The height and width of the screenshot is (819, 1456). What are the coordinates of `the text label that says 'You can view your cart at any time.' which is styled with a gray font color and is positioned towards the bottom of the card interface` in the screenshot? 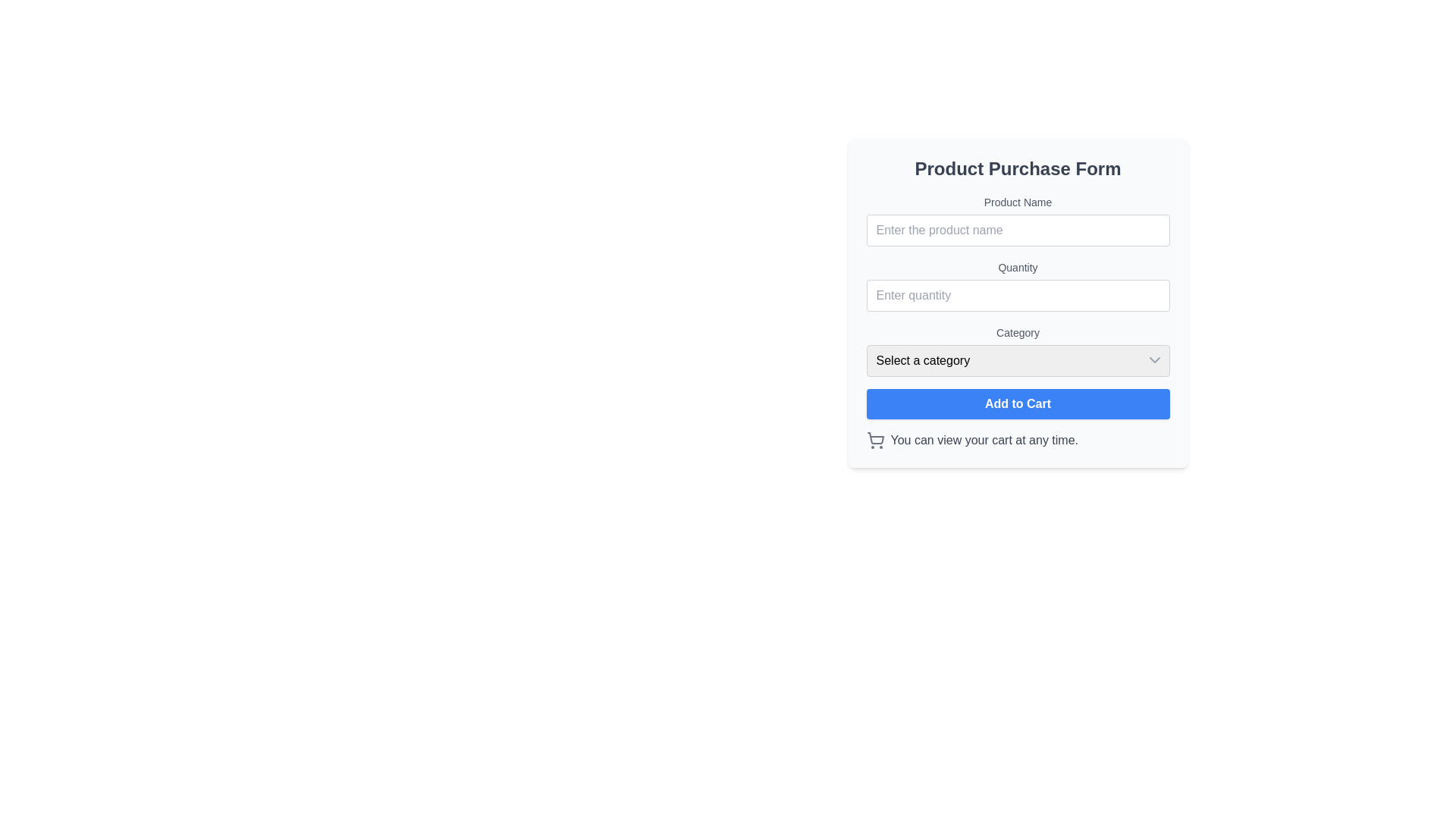 It's located at (984, 441).